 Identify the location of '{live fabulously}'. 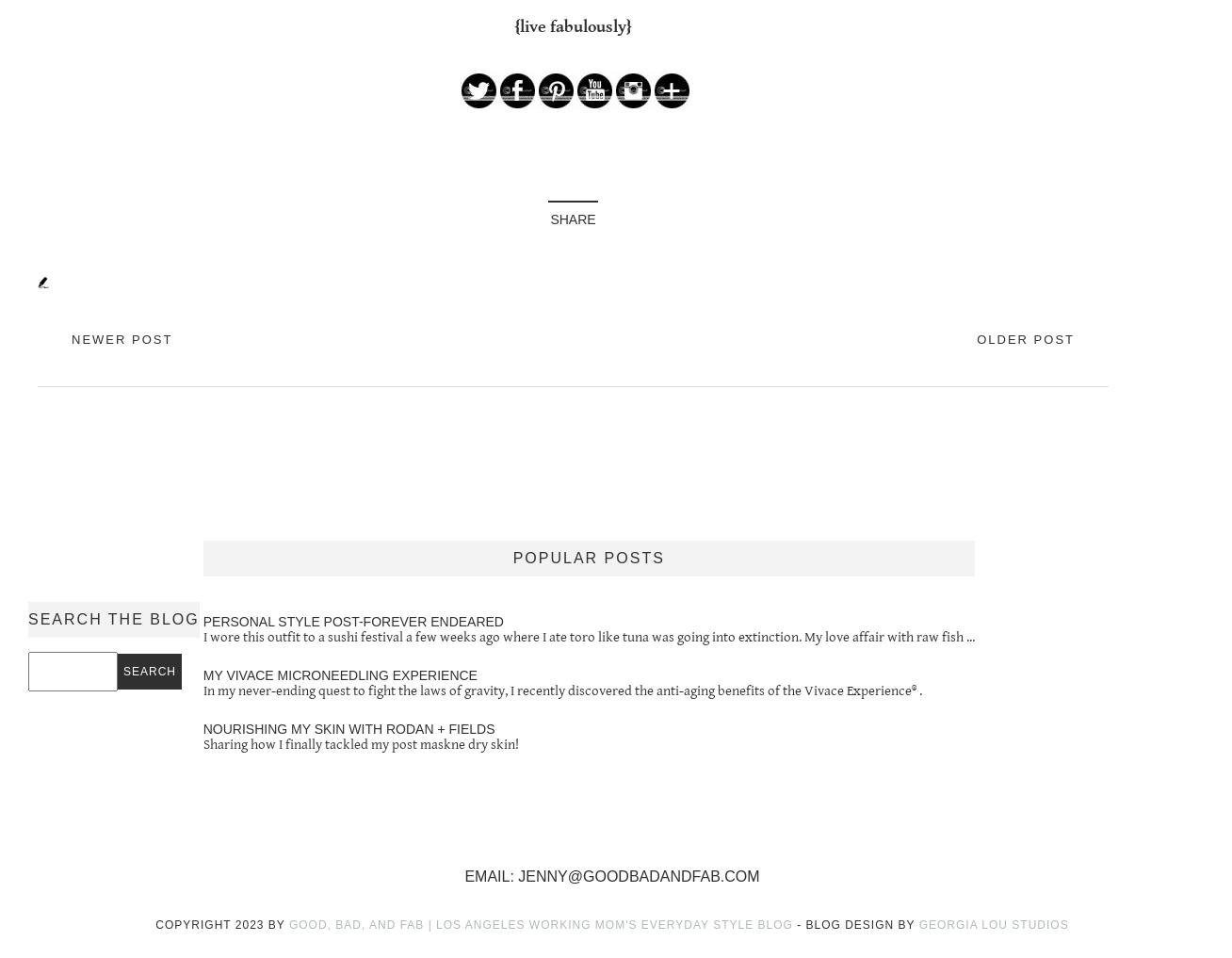
(572, 24).